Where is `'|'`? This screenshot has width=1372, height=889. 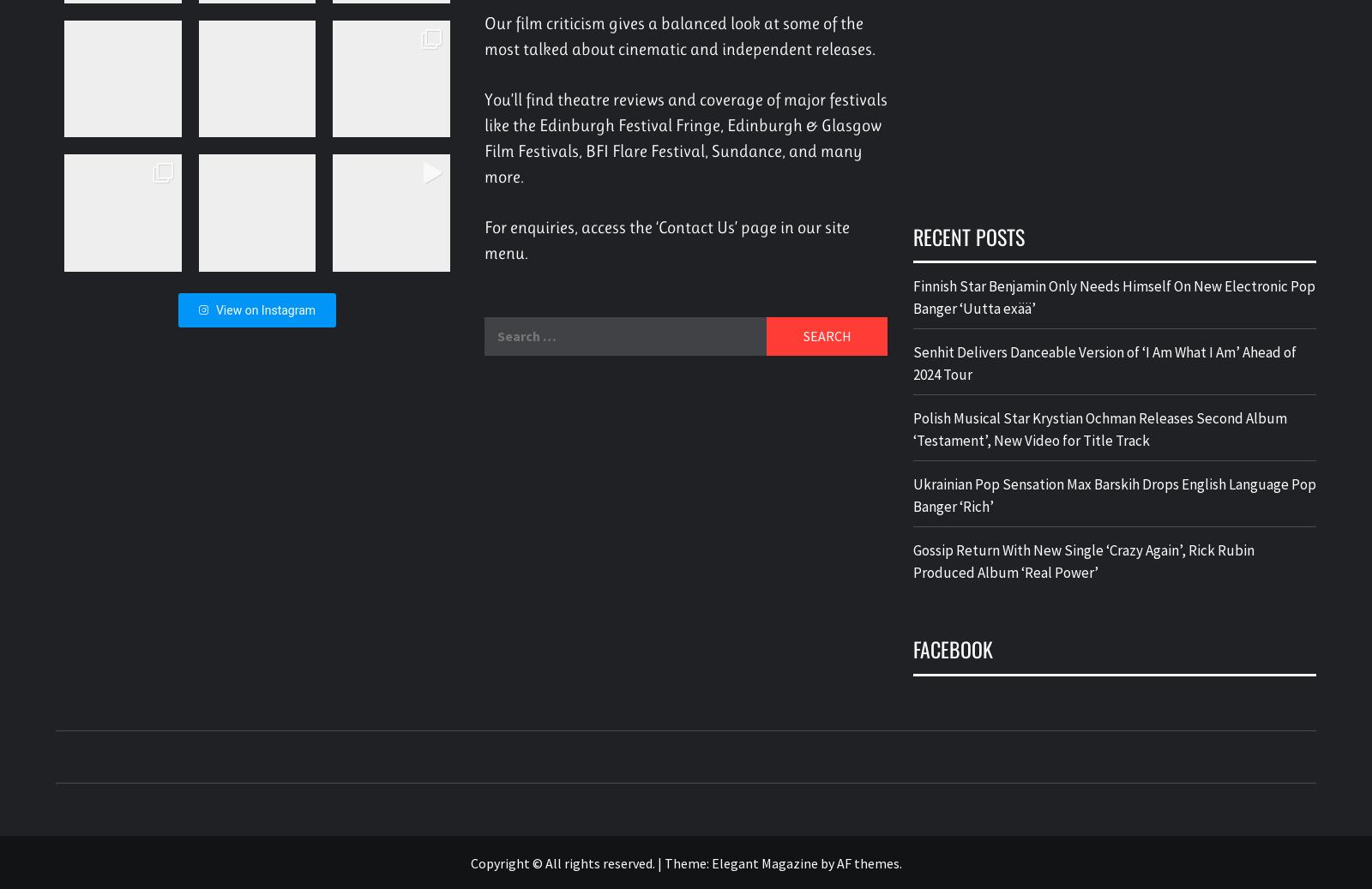 '|' is located at coordinates (660, 862).